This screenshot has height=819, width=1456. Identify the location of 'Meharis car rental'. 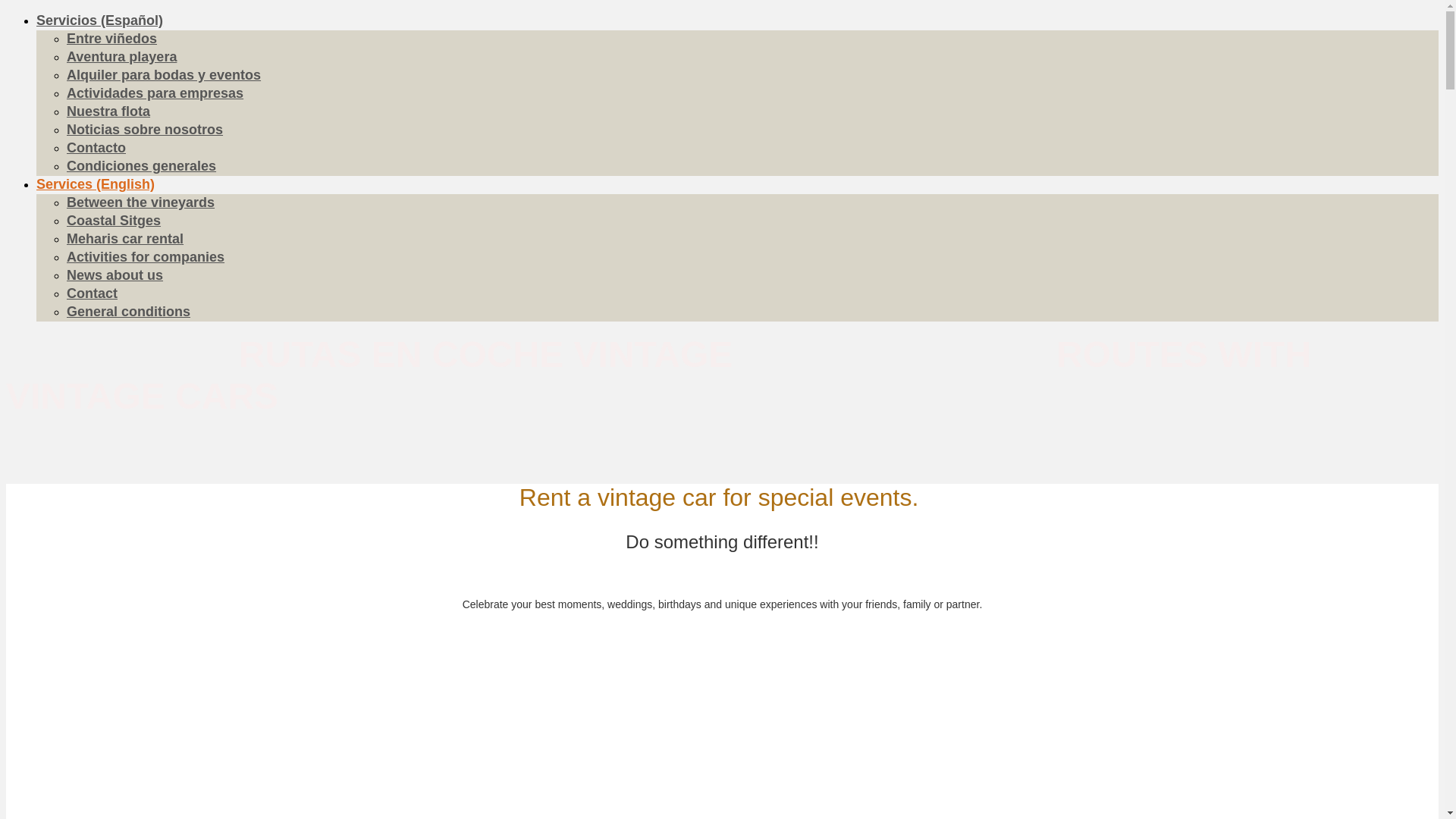
(65, 239).